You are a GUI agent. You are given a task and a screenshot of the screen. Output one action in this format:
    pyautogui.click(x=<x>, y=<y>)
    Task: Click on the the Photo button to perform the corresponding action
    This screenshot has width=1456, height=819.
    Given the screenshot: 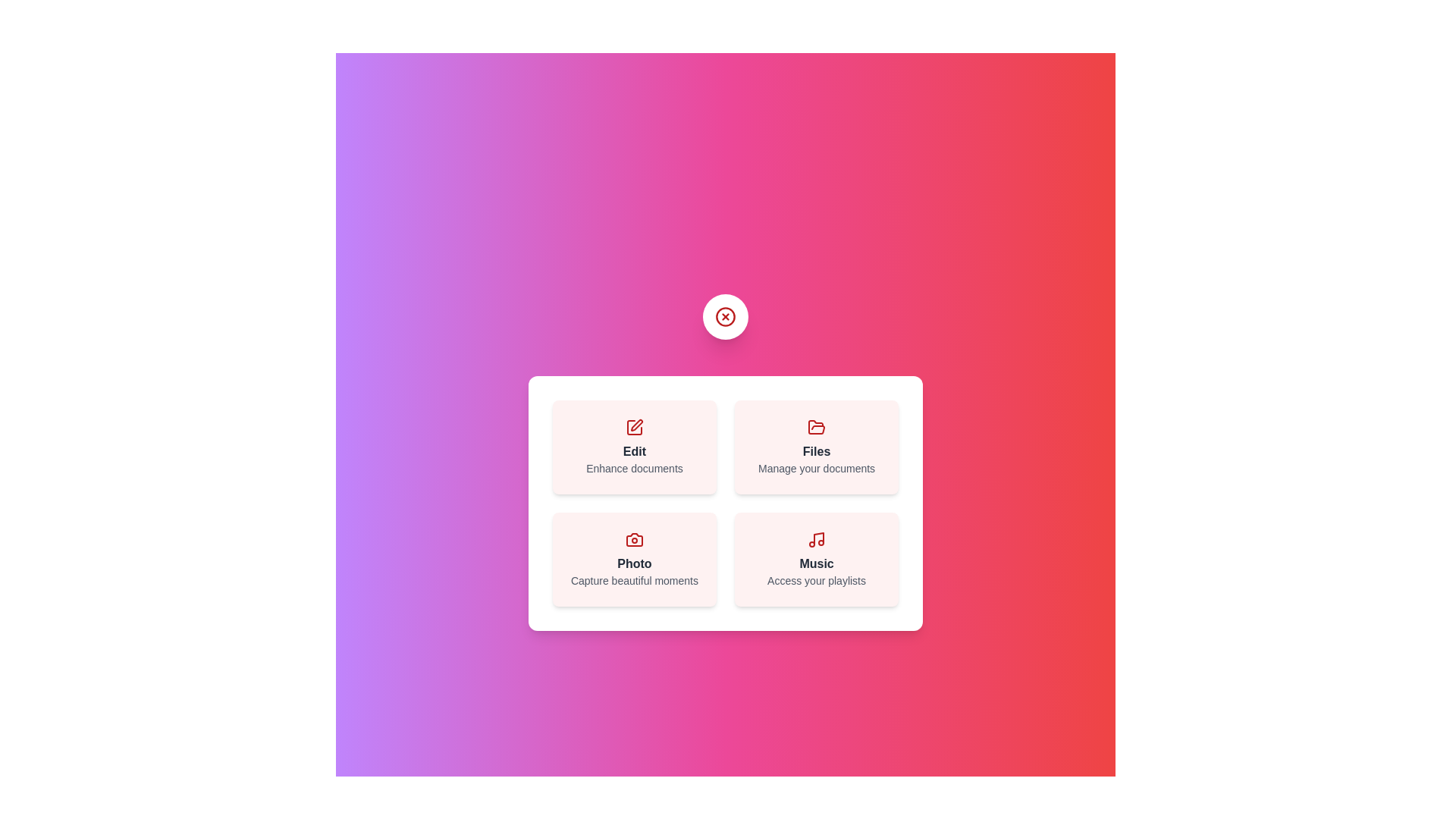 What is the action you would take?
    pyautogui.click(x=634, y=559)
    